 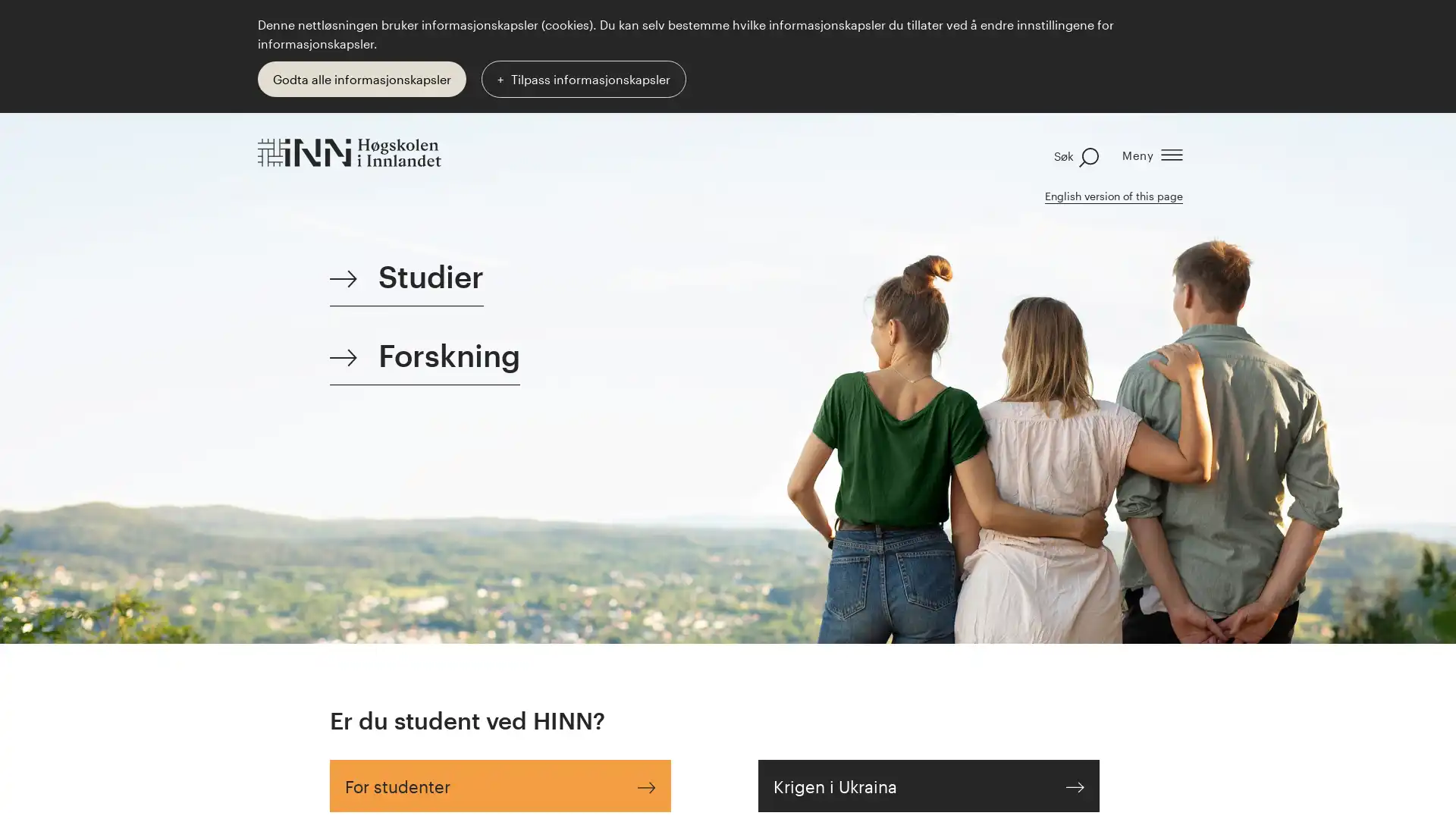 I want to click on Sk, so click(x=1068, y=155).